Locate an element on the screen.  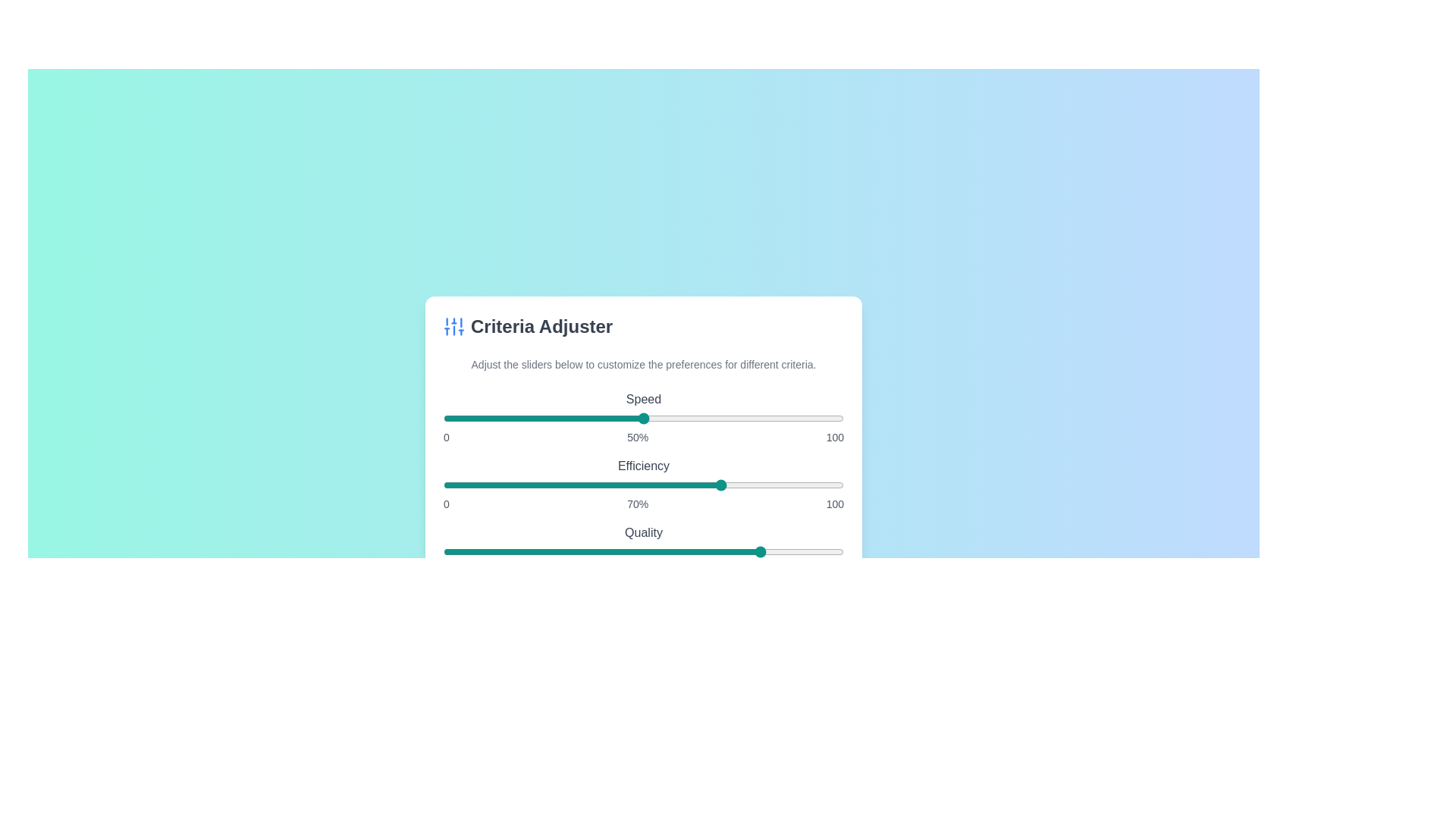
the 'Quality' slider to set its value to 82 is located at coordinates (771, 552).